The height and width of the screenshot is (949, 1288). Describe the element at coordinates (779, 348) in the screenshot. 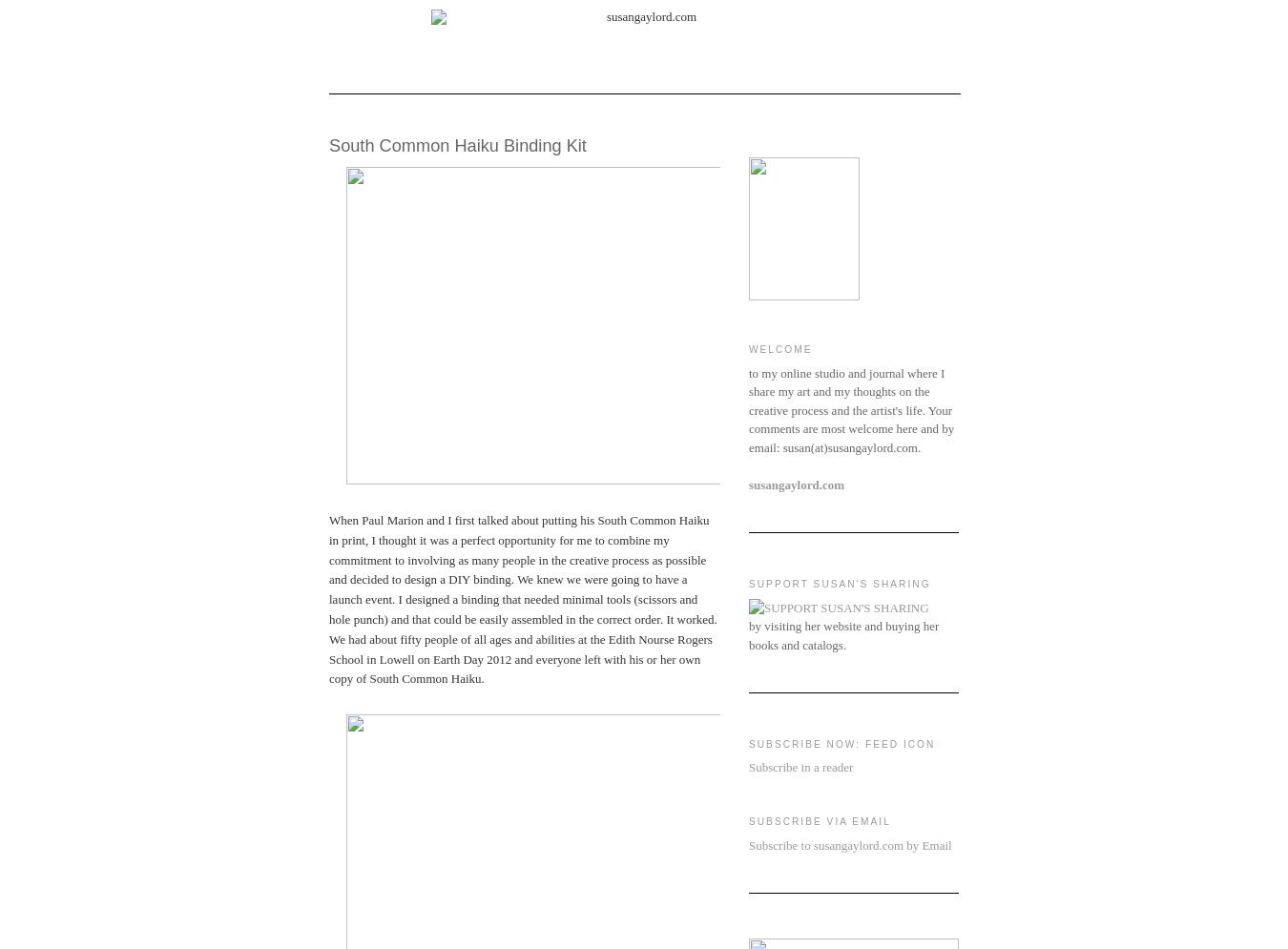

I see `'Welcome'` at that location.